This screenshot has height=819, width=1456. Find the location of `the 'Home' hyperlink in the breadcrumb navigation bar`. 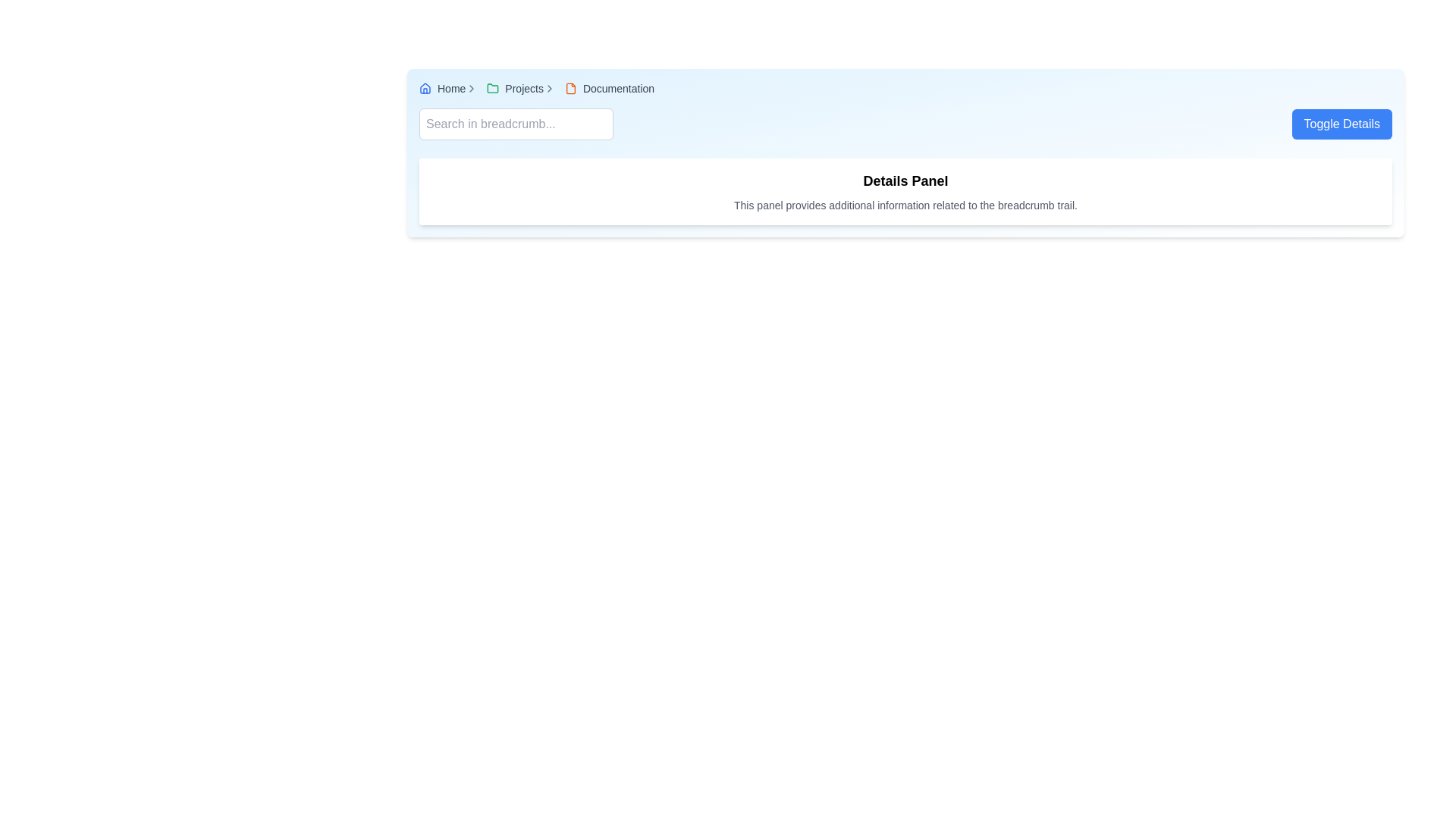

the 'Home' hyperlink in the breadcrumb navigation bar is located at coordinates (441, 88).